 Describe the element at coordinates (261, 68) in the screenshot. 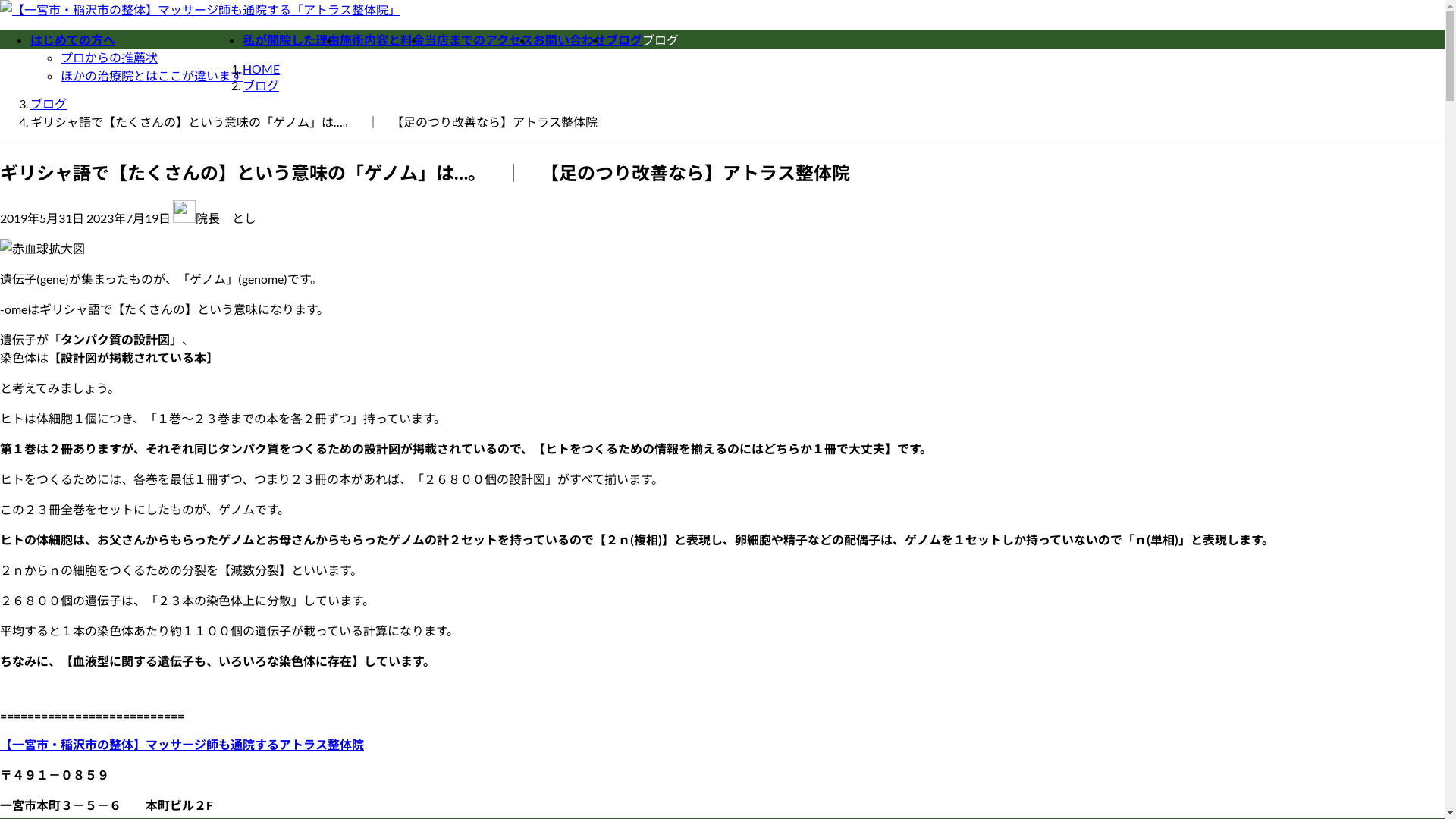

I see `'HOME'` at that location.